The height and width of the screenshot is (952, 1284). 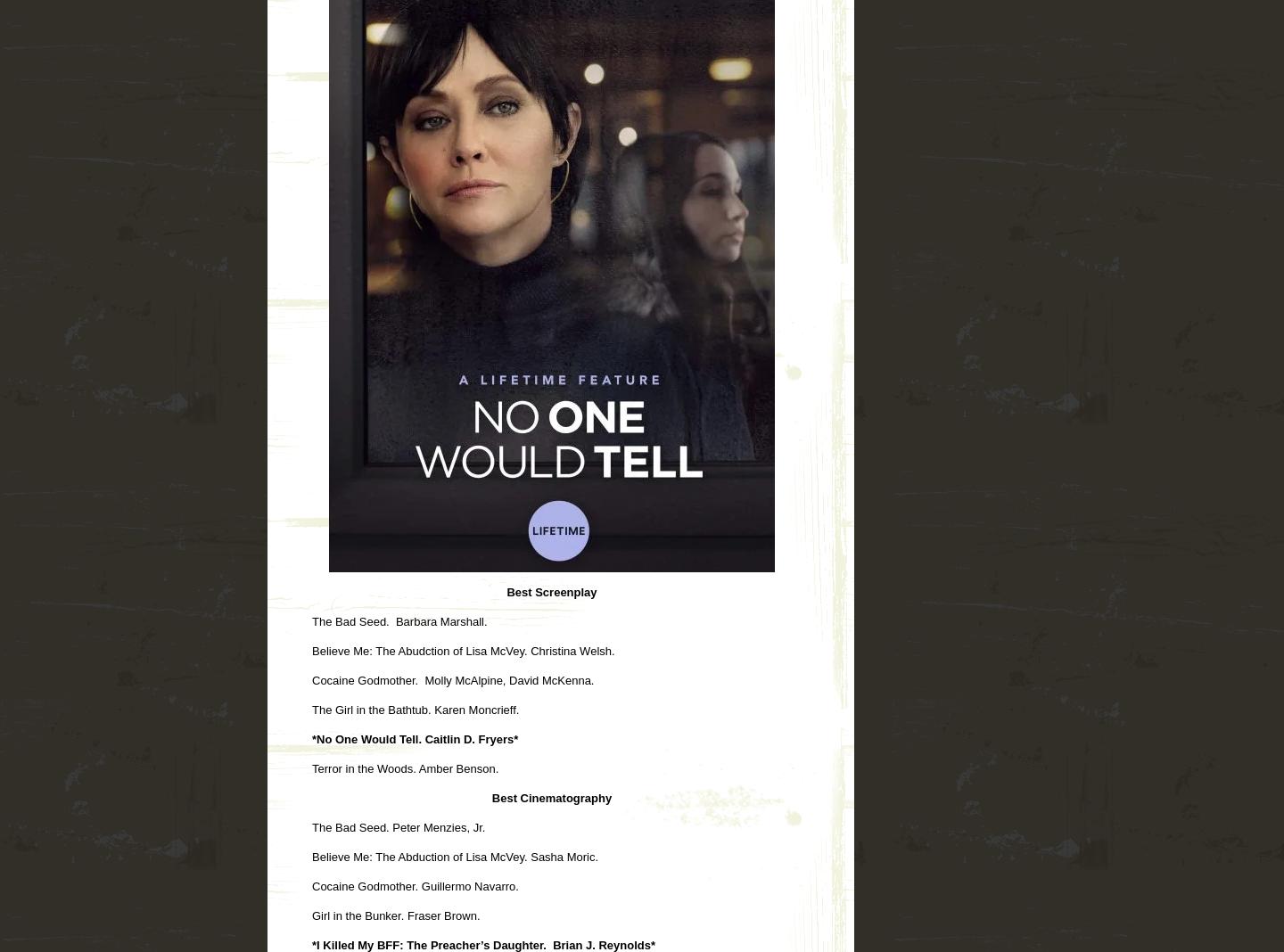 What do you see at coordinates (415, 737) in the screenshot?
I see `'*No One Would Tell. Caitlin D. Fryers*'` at bounding box center [415, 737].